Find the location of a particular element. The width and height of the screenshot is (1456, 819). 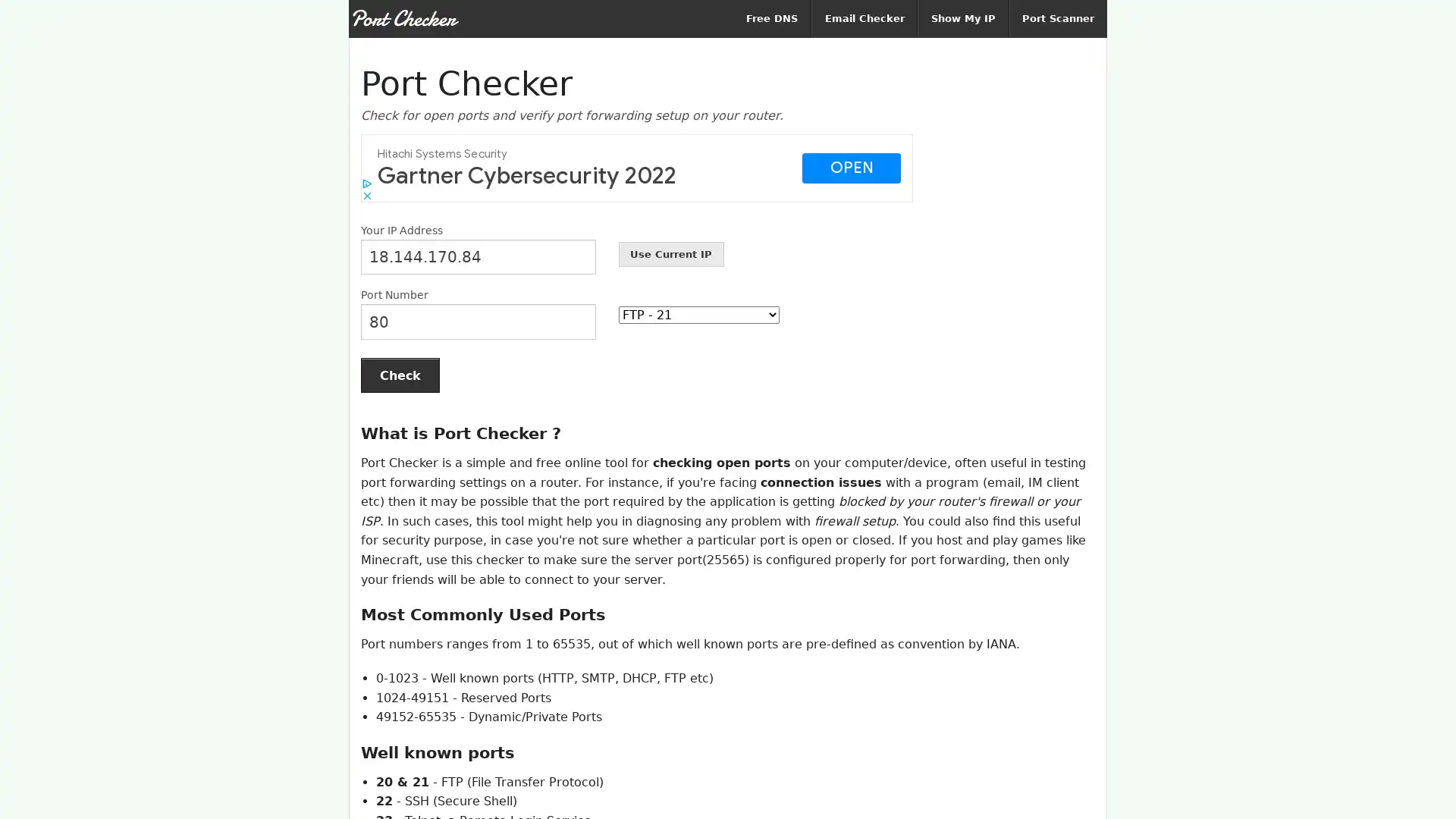

Check is located at coordinates (400, 375).